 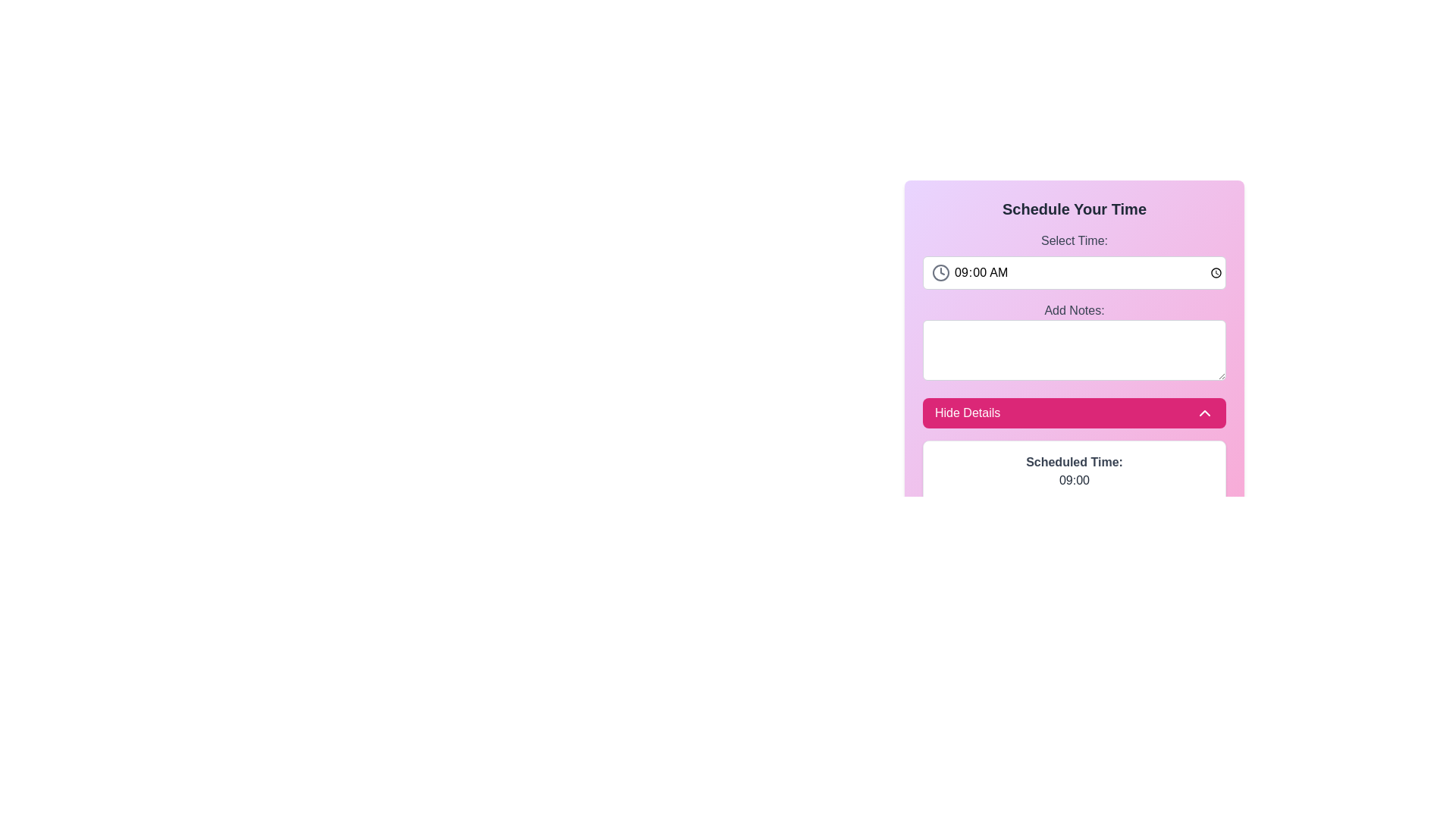 What do you see at coordinates (1073, 271) in the screenshot?
I see `the time` at bounding box center [1073, 271].